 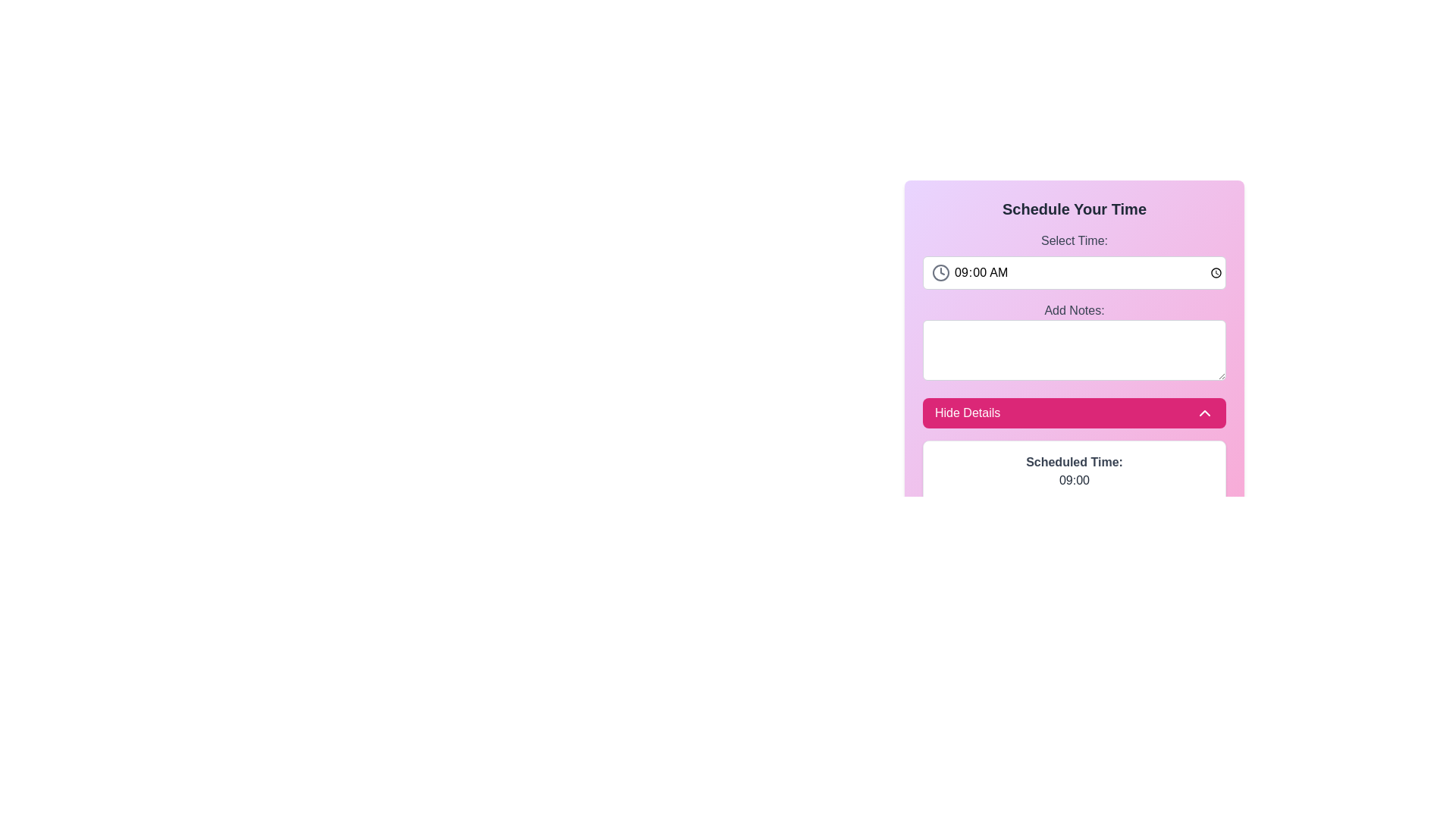 What do you see at coordinates (1073, 271) in the screenshot?
I see `the time` at bounding box center [1073, 271].